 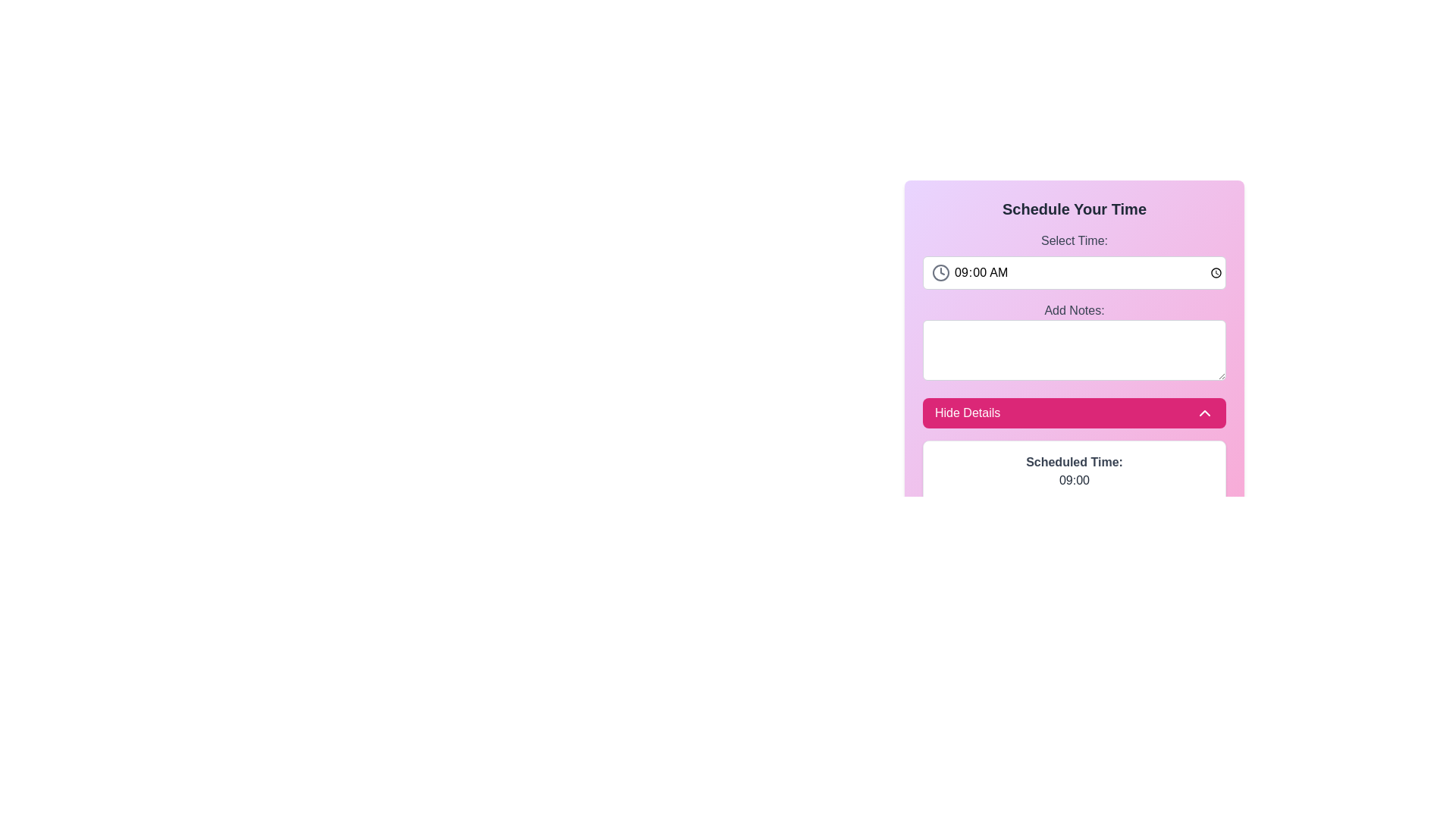 What do you see at coordinates (1073, 271) in the screenshot?
I see `the time` at bounding box center [1073, 271].